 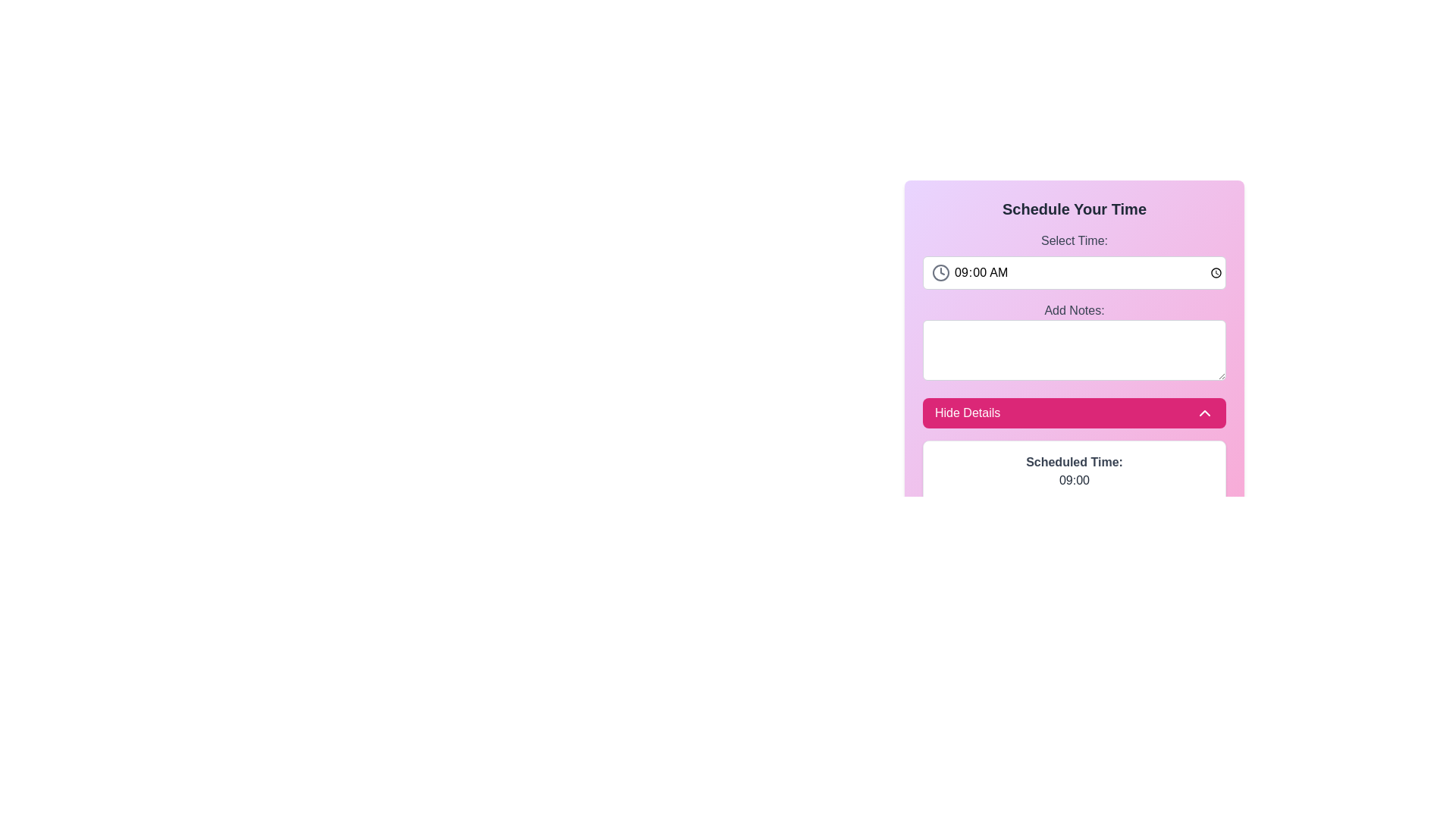 What do you see at coordinates (1073, 271) in the screenshot?
I see `the time` at bounding box center [1073, 271].